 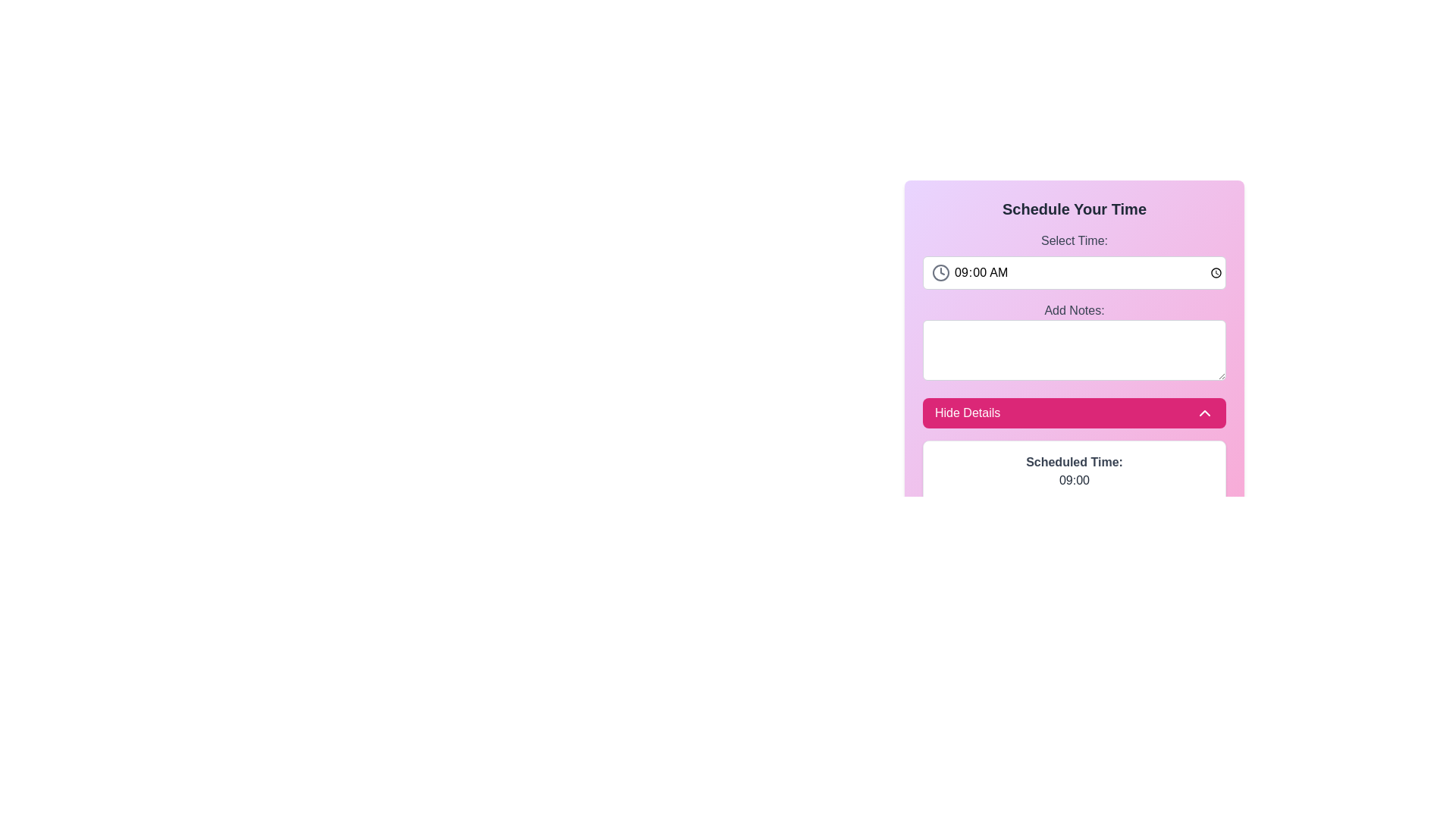 What do you see at coordinates (1073, 271) in the screenshot?
I see `the time` at bounding box center [1073, 271].